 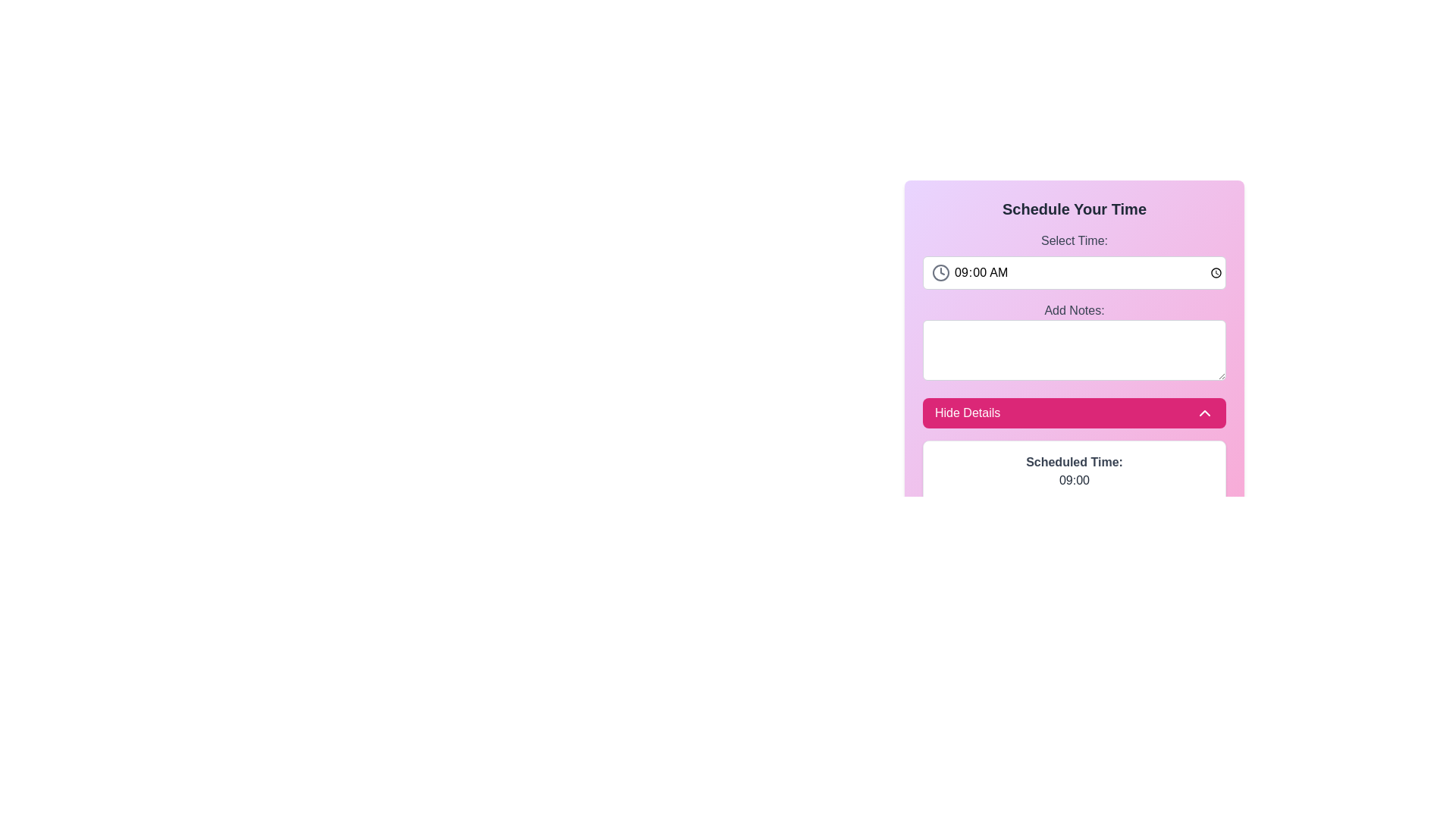 What do you see at coordinates (1073, 271) in the screenshot?
I see `the time` at bounding box center [1073, 271].